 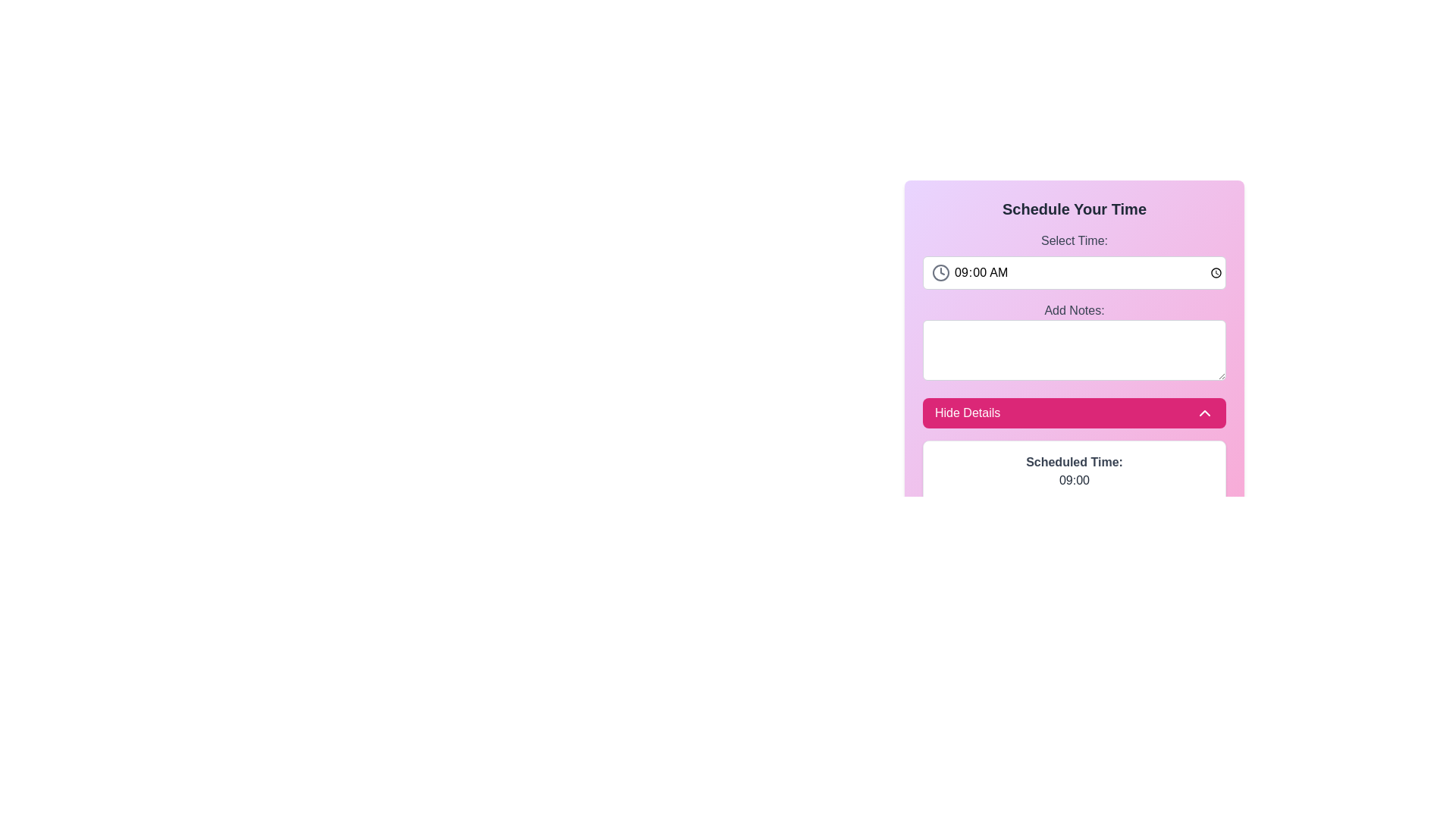 What do you see at coordinates (1073, 271) in the screenshot?
I see `the time` at bounding box center [1073, 271].